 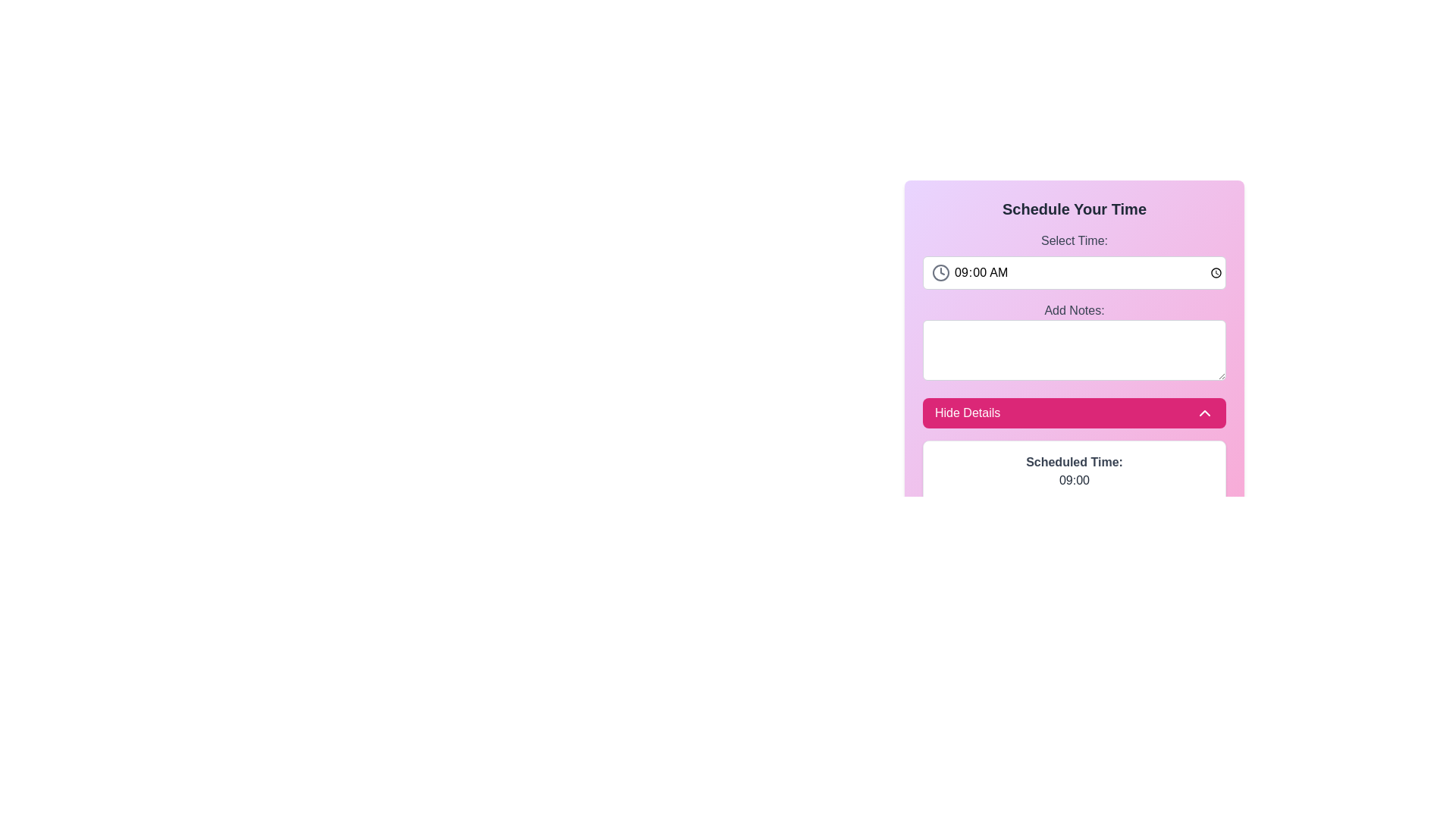 What do you see at coordinates (1073, 271) in the screenshot?
I see `the time` at bounding box center [1073, 271].